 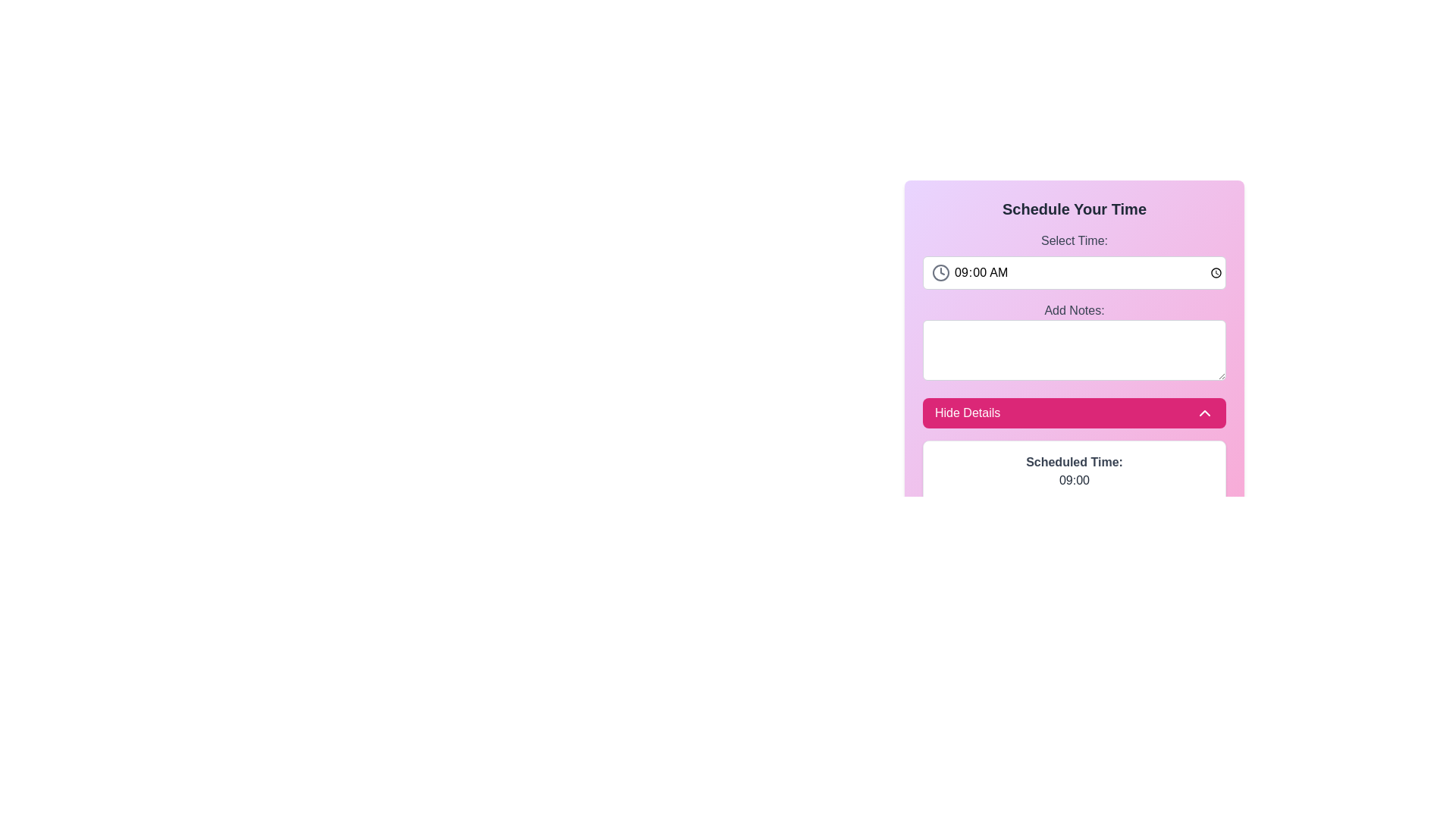 What do you see at coordinates (1073, 271) in the screenshot?
I see `the time` at bounding box center [1073, 271].